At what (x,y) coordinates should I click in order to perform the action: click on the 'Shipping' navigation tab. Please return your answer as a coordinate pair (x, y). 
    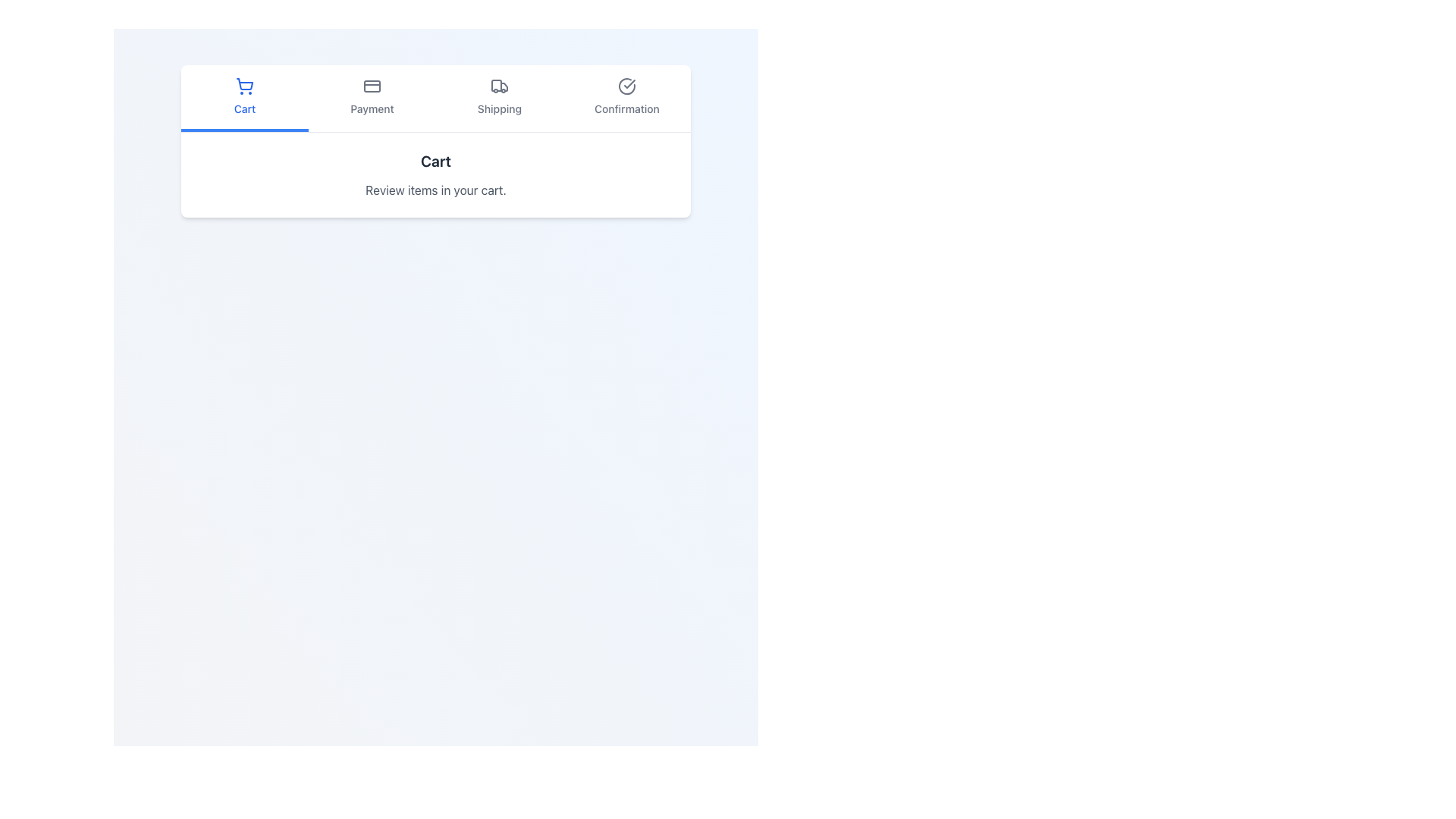
    Looking at the image, I should click on (499, 96).